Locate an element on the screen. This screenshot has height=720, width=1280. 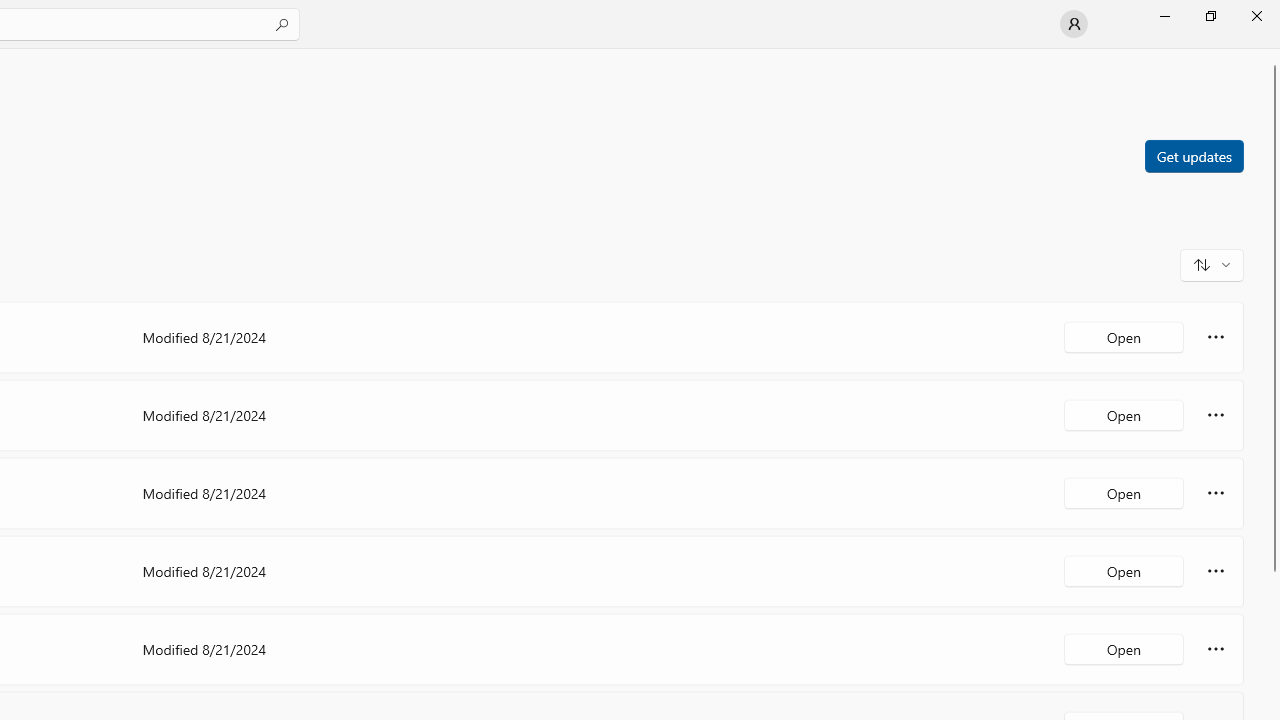
'Get updates' is located at coordinates (1193, 154).